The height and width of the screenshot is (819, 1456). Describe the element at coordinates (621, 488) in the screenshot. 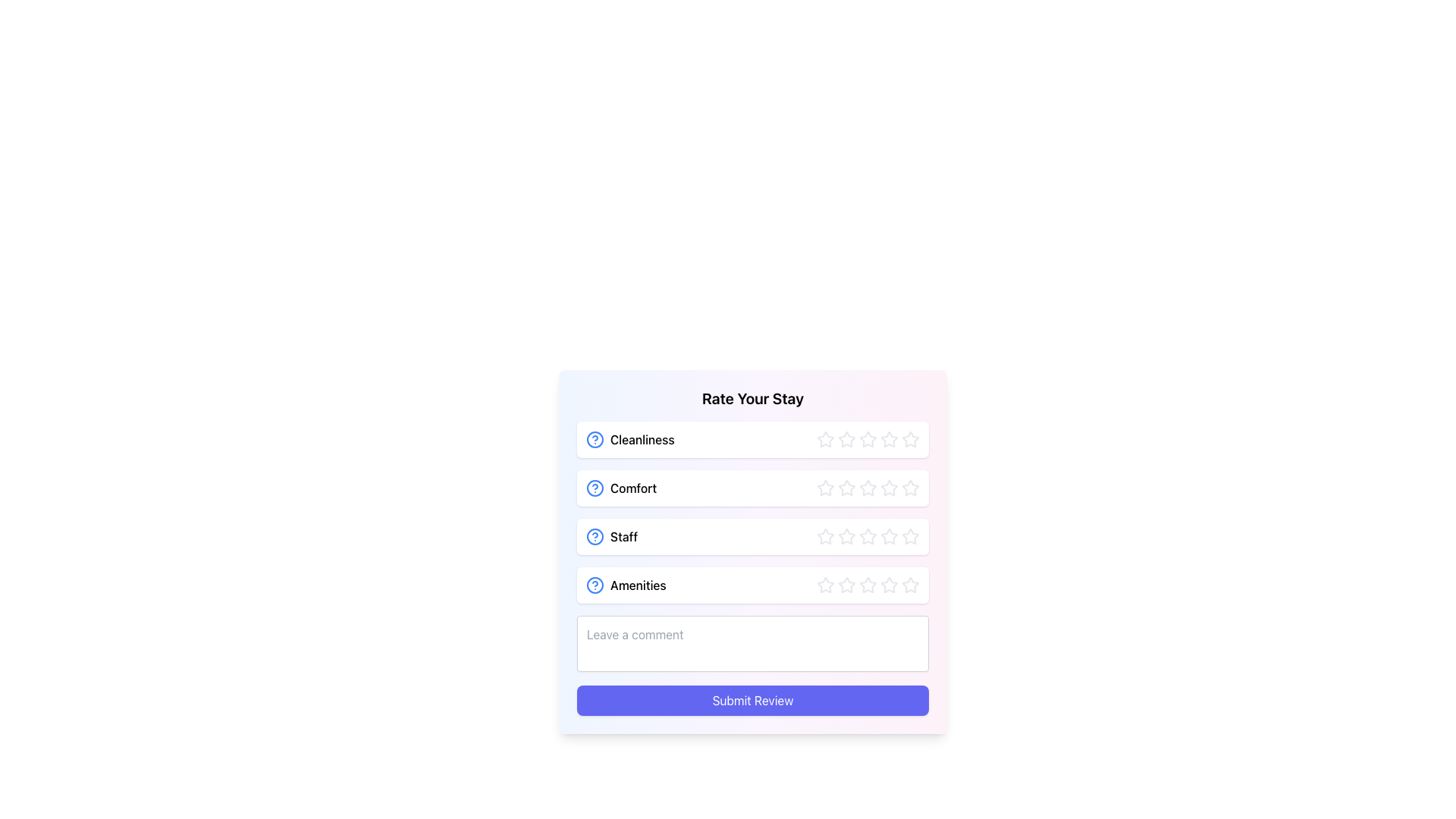

I see `the 'Comfort' label with icon in the user rating section` at that location.